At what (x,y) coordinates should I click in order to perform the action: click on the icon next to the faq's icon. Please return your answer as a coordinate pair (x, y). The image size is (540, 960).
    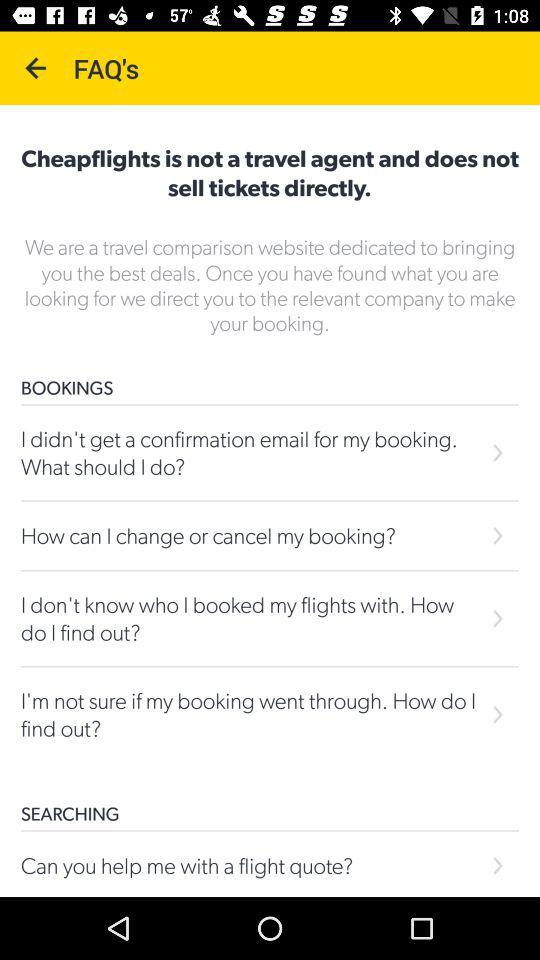
    Looking at the image, I should click on (36, 68).